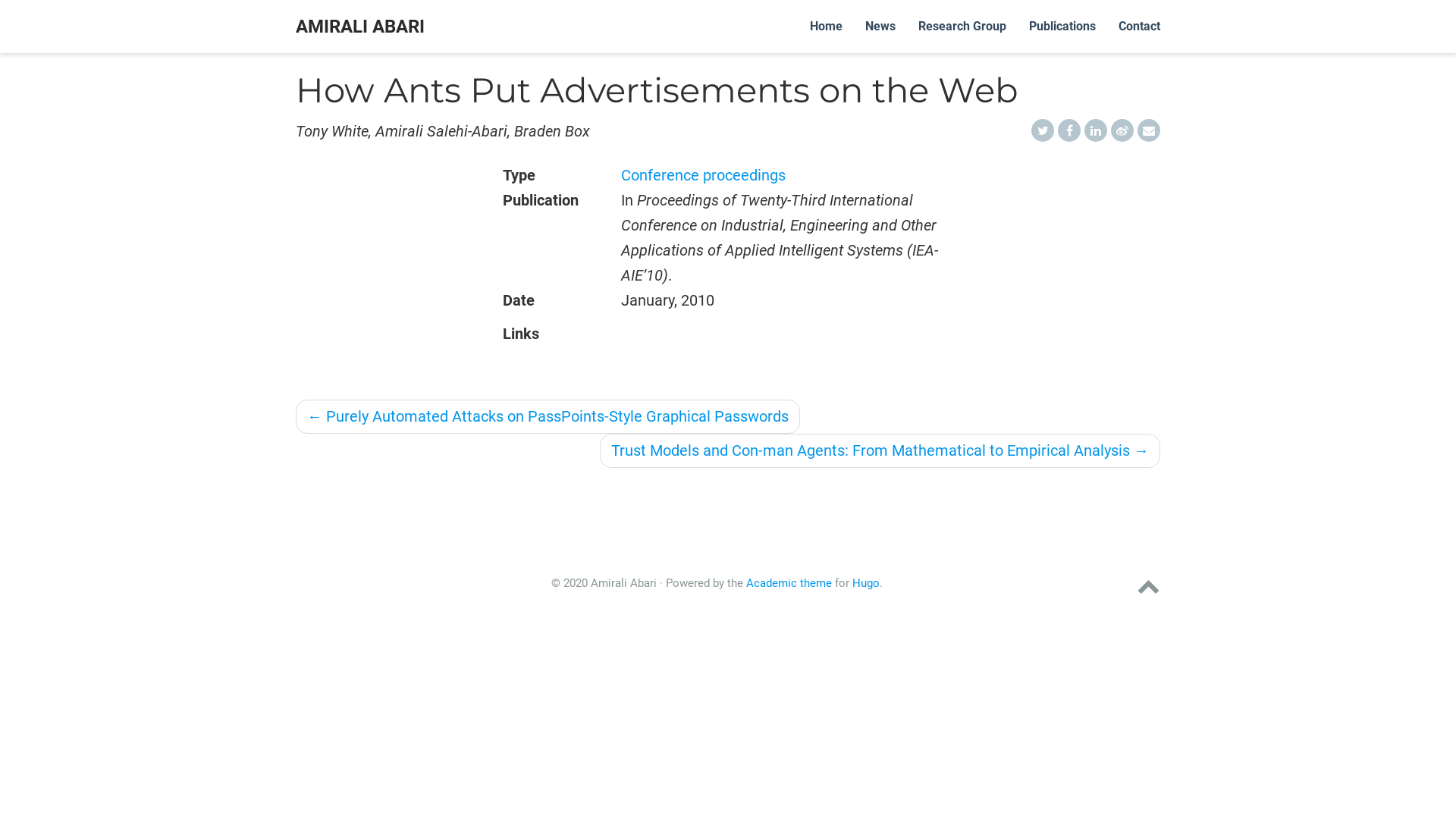 This screenshot has height=819, width=1456. I want to click on 'Conference proceedings', so click(702, 174).